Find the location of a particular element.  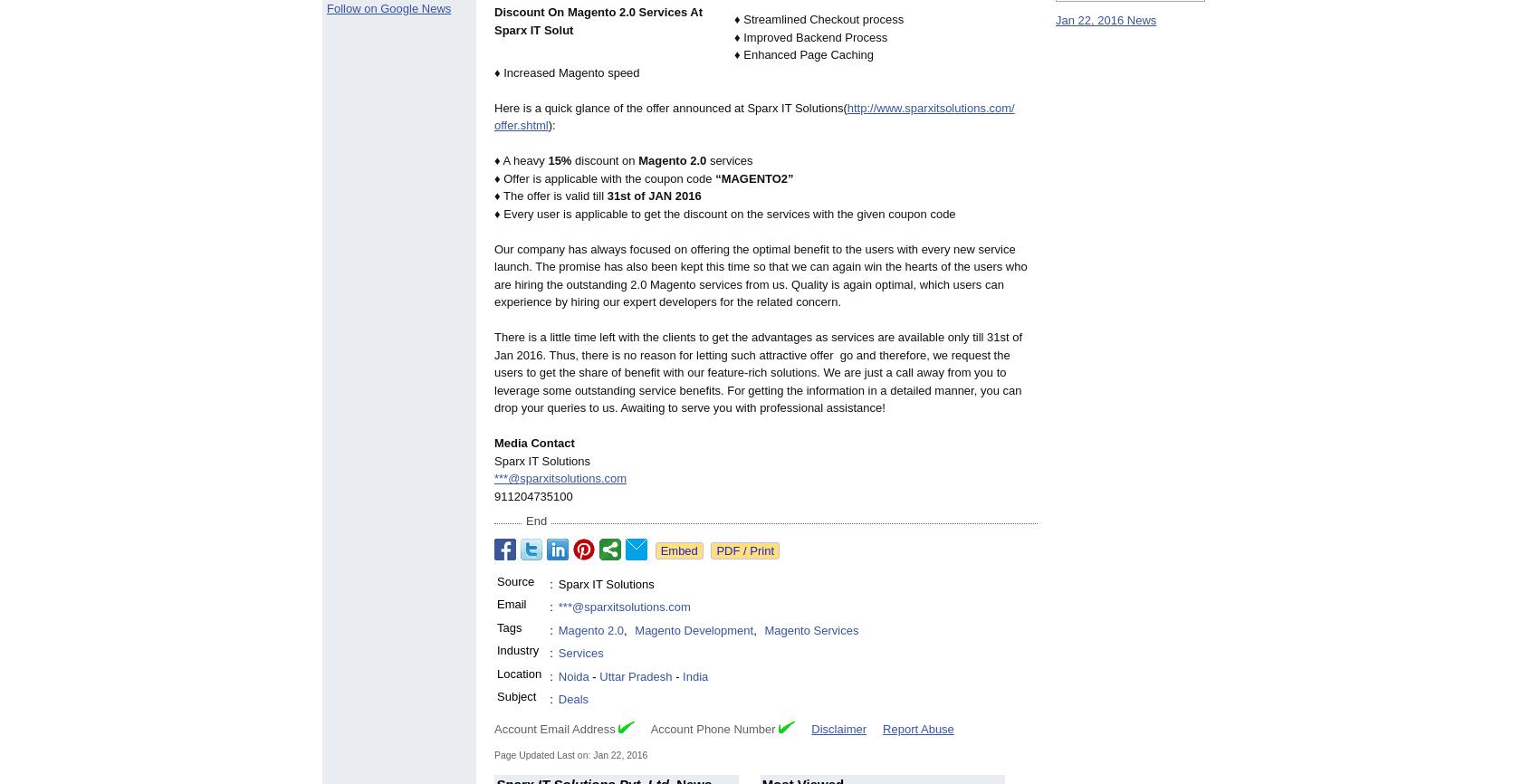

'Media Contact' is located at coordinates (533, 443).